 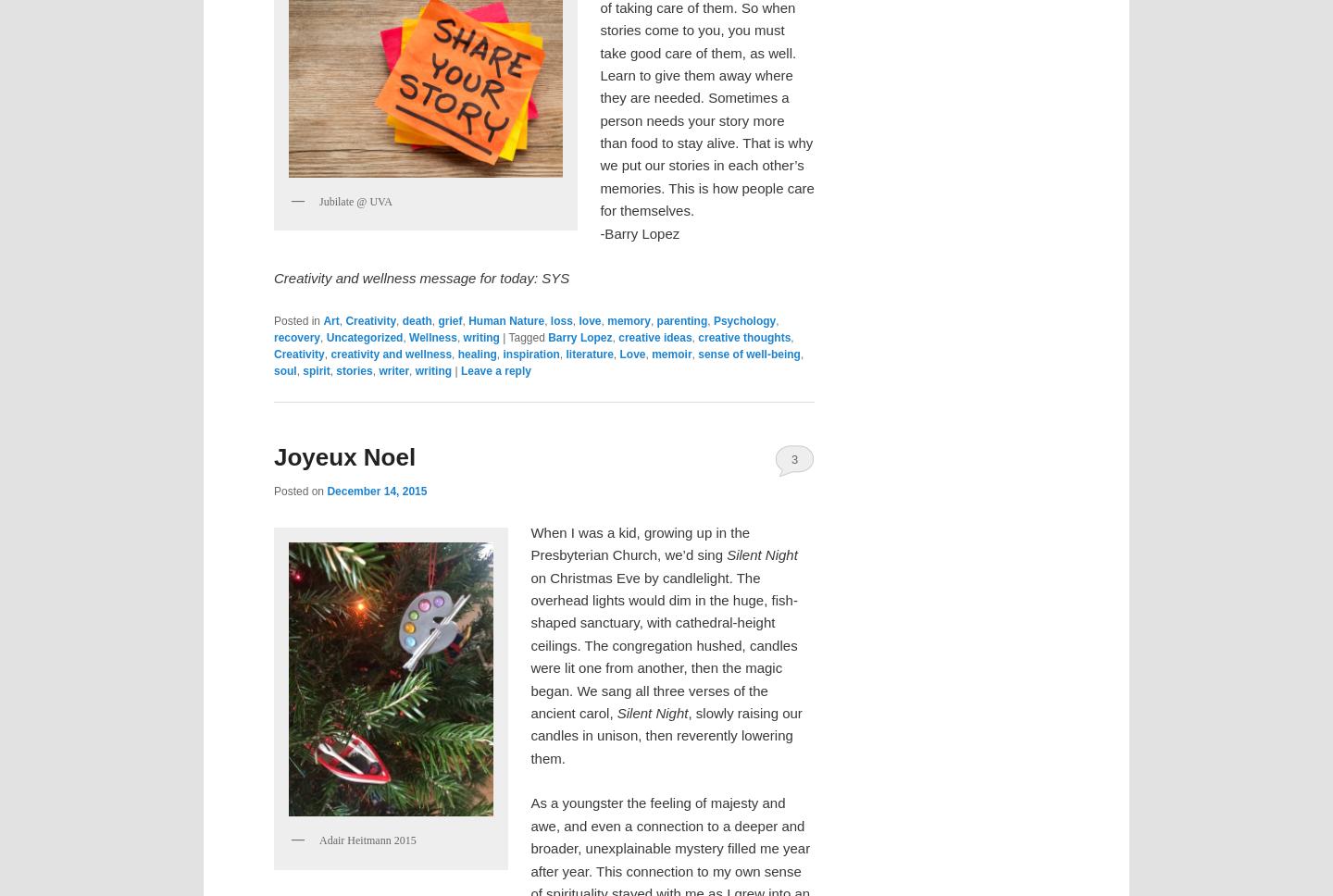 I want to click on 'Barry Lopez', so click(x=579, y=337).